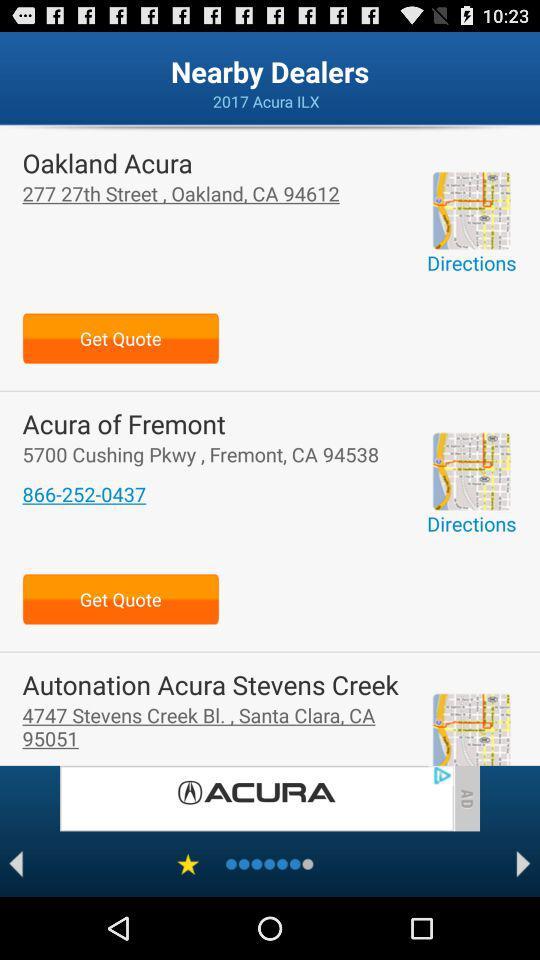 The image size is (540, 960). I want to click on the arrow_backward icon, so click(15, 924).